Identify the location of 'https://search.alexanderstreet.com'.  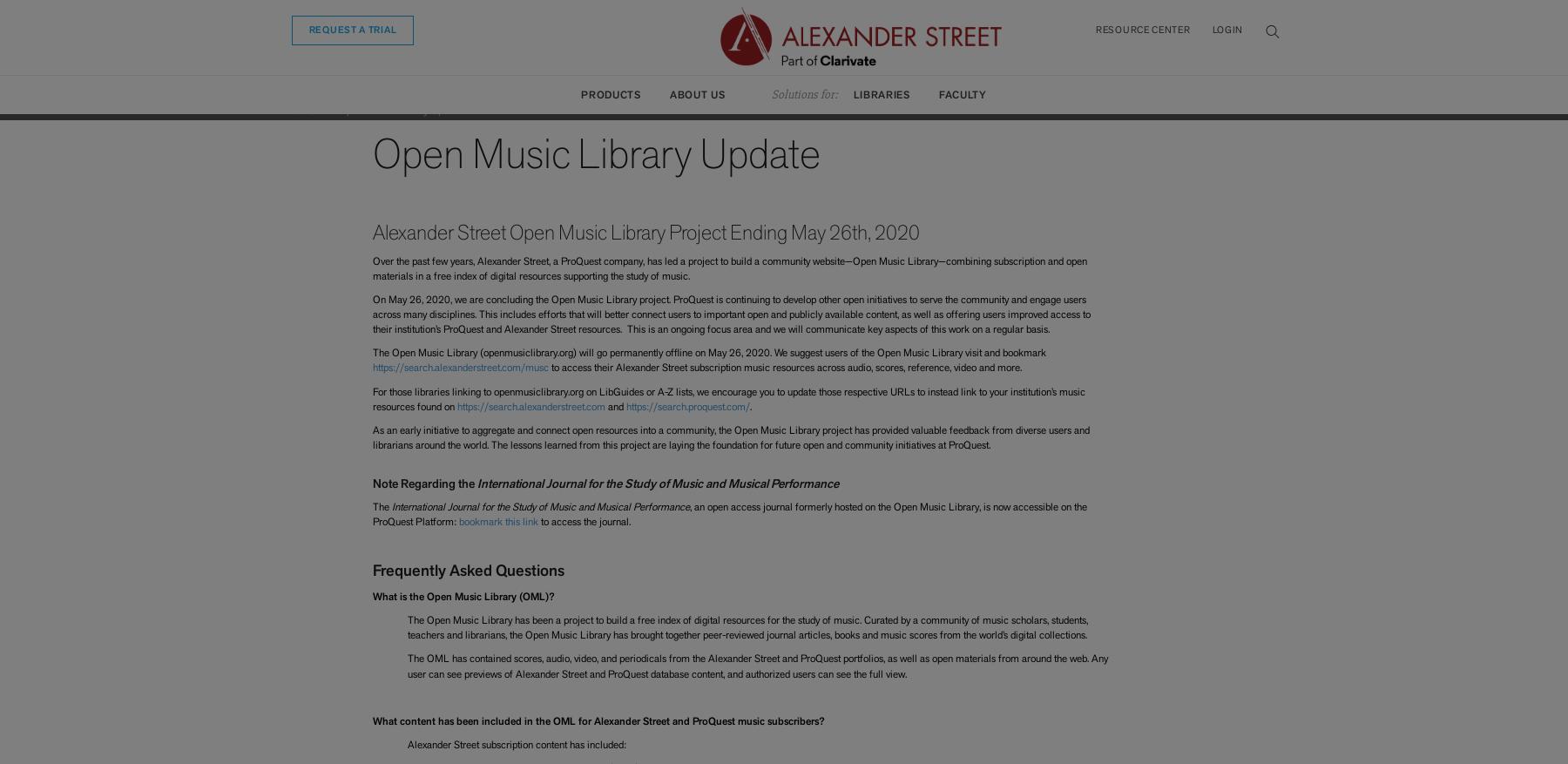
(455, 406).